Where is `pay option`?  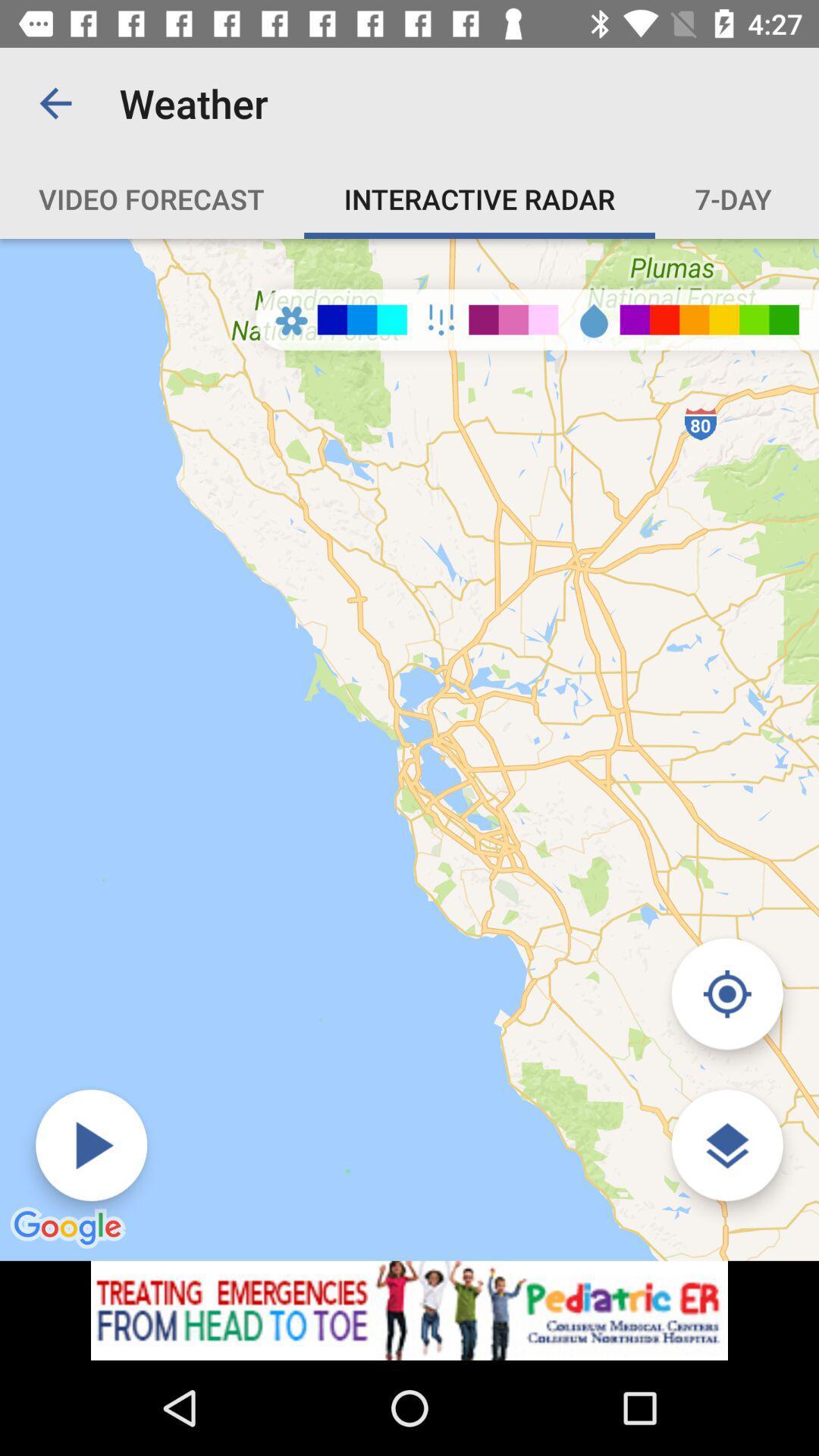
pay option is located at coordinates (91, 1145).